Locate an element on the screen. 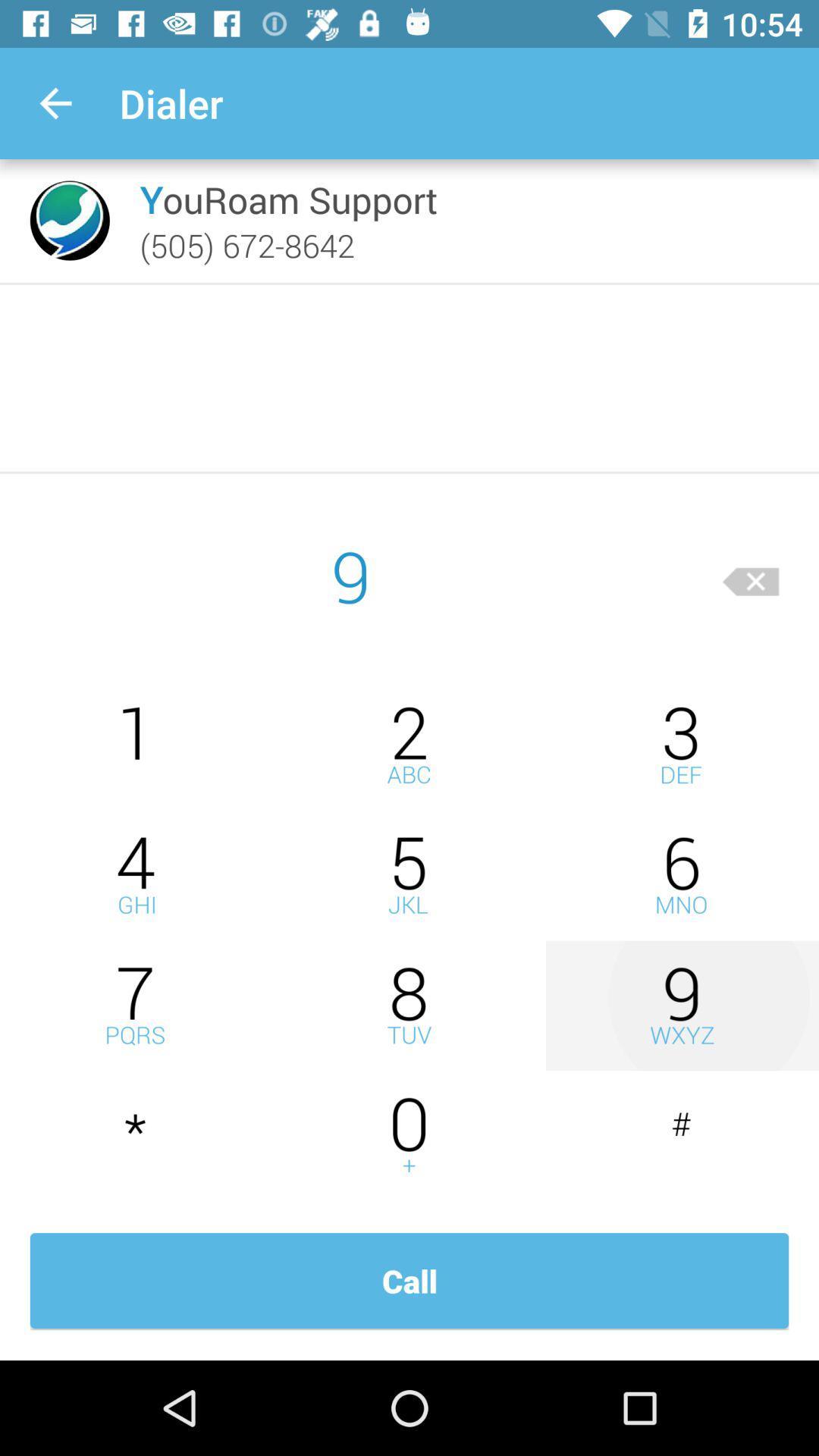 This screenshot has height=1456, width=819. insert number 9 is located at coordinates (681, 1006).